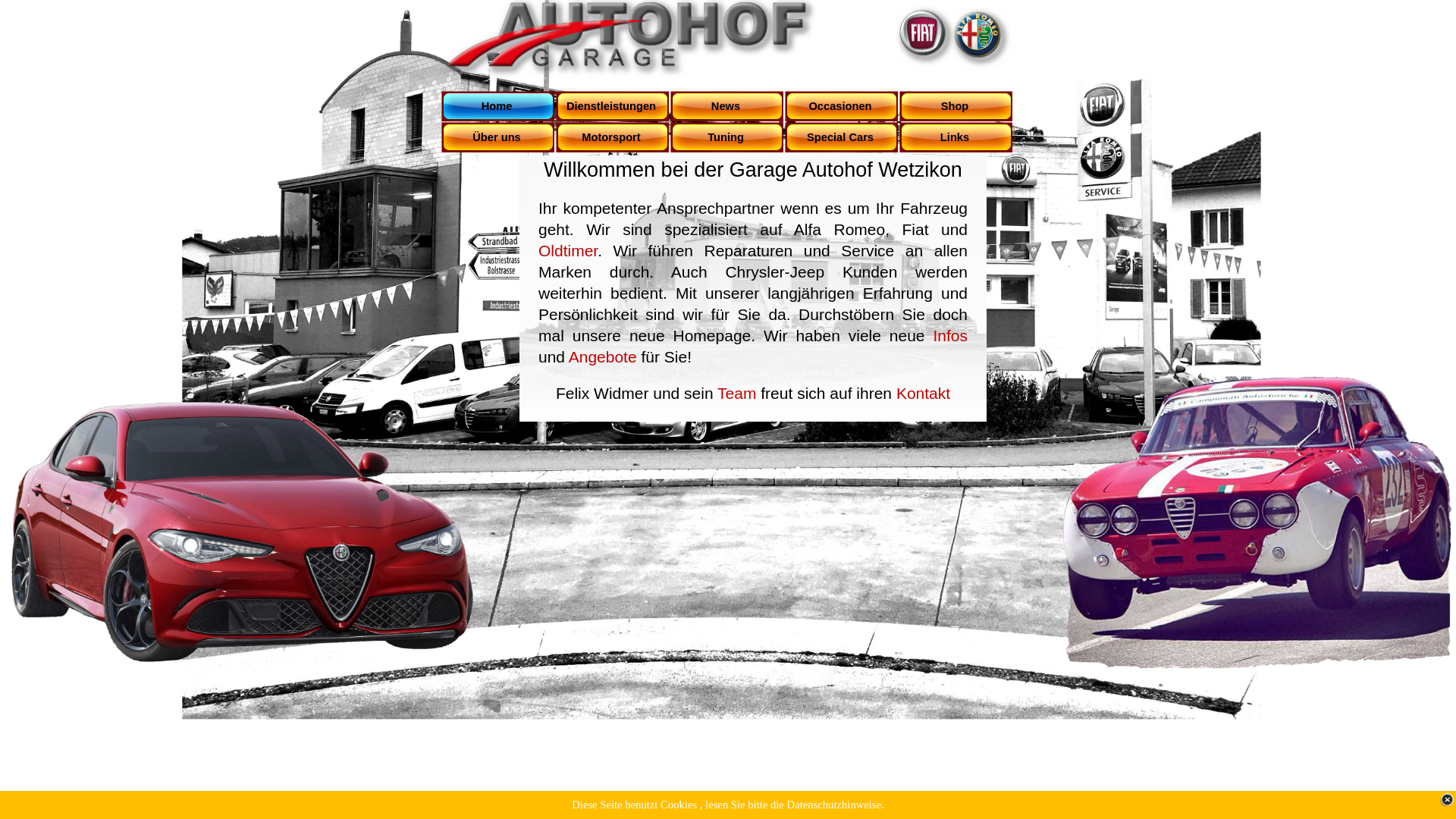  I want to click on 'Links', so click(955, 137).